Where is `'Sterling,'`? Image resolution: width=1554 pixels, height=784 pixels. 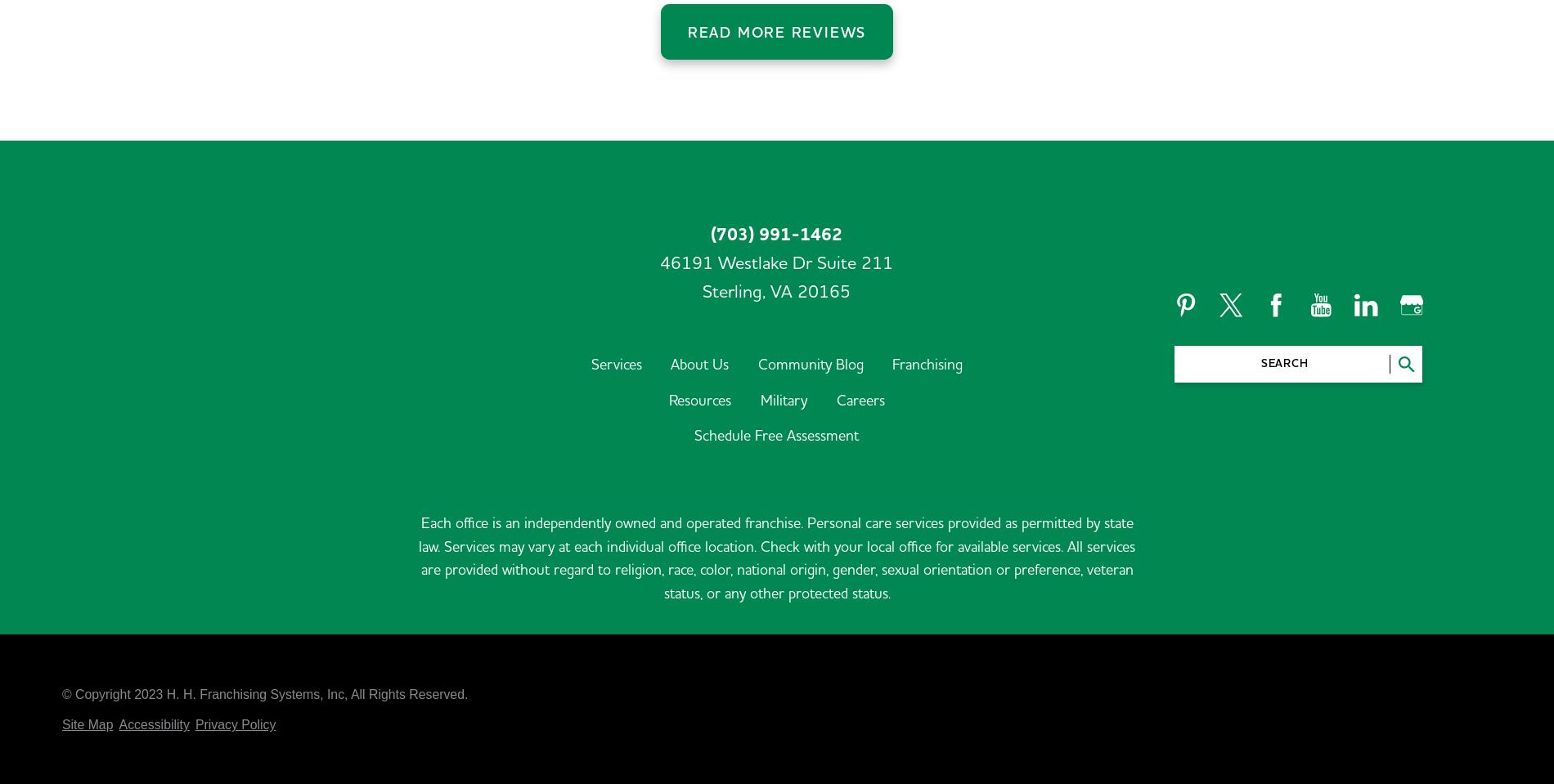
'Sterling,' is located at coordinates (701, 184).